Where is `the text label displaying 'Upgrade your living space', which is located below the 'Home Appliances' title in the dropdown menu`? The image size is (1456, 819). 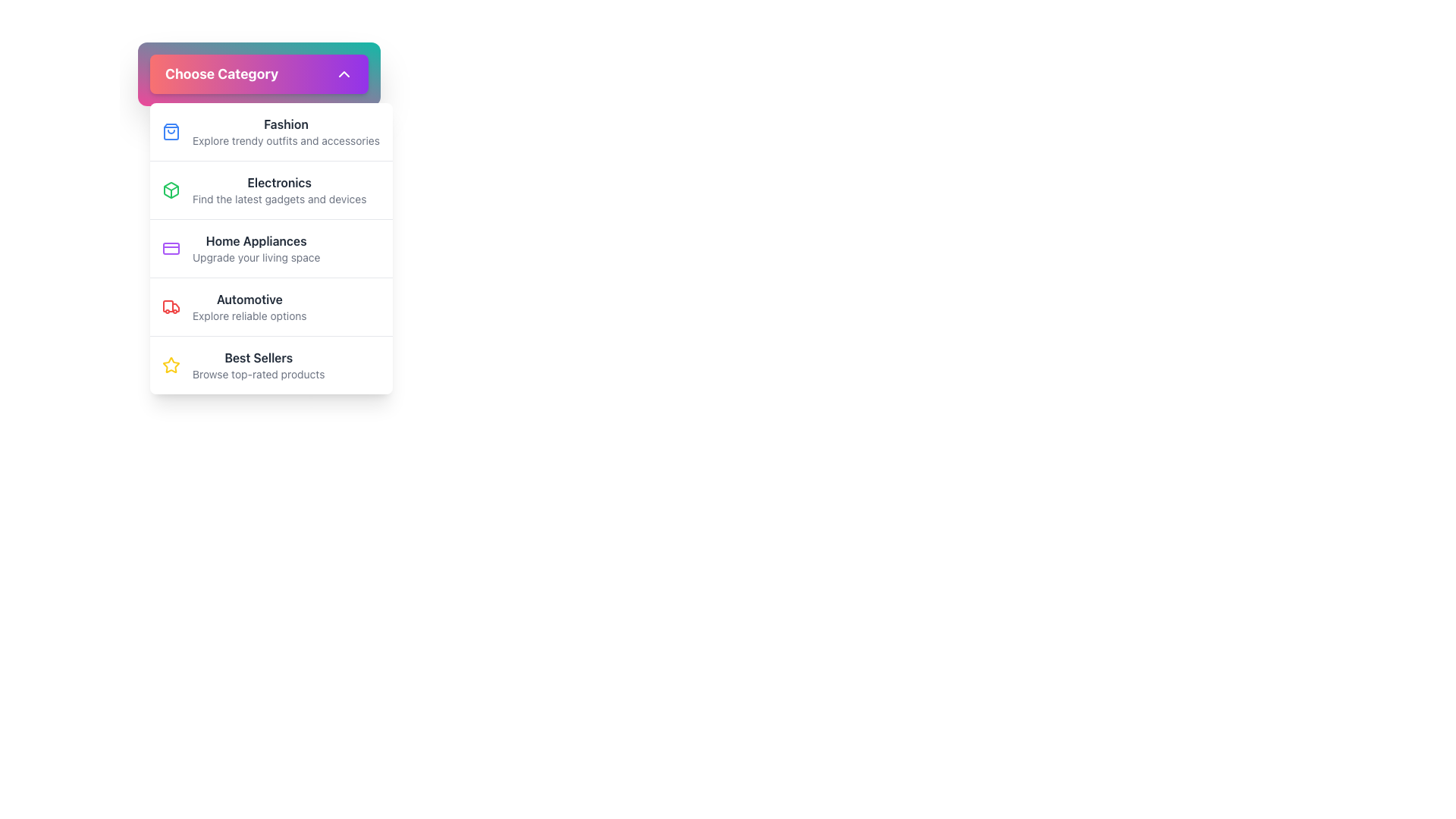
the text label displaying 'Upgrade your living space', which is located below the 'Home Appliances' title in the dropdown menu is located at coordinates (256, 256).